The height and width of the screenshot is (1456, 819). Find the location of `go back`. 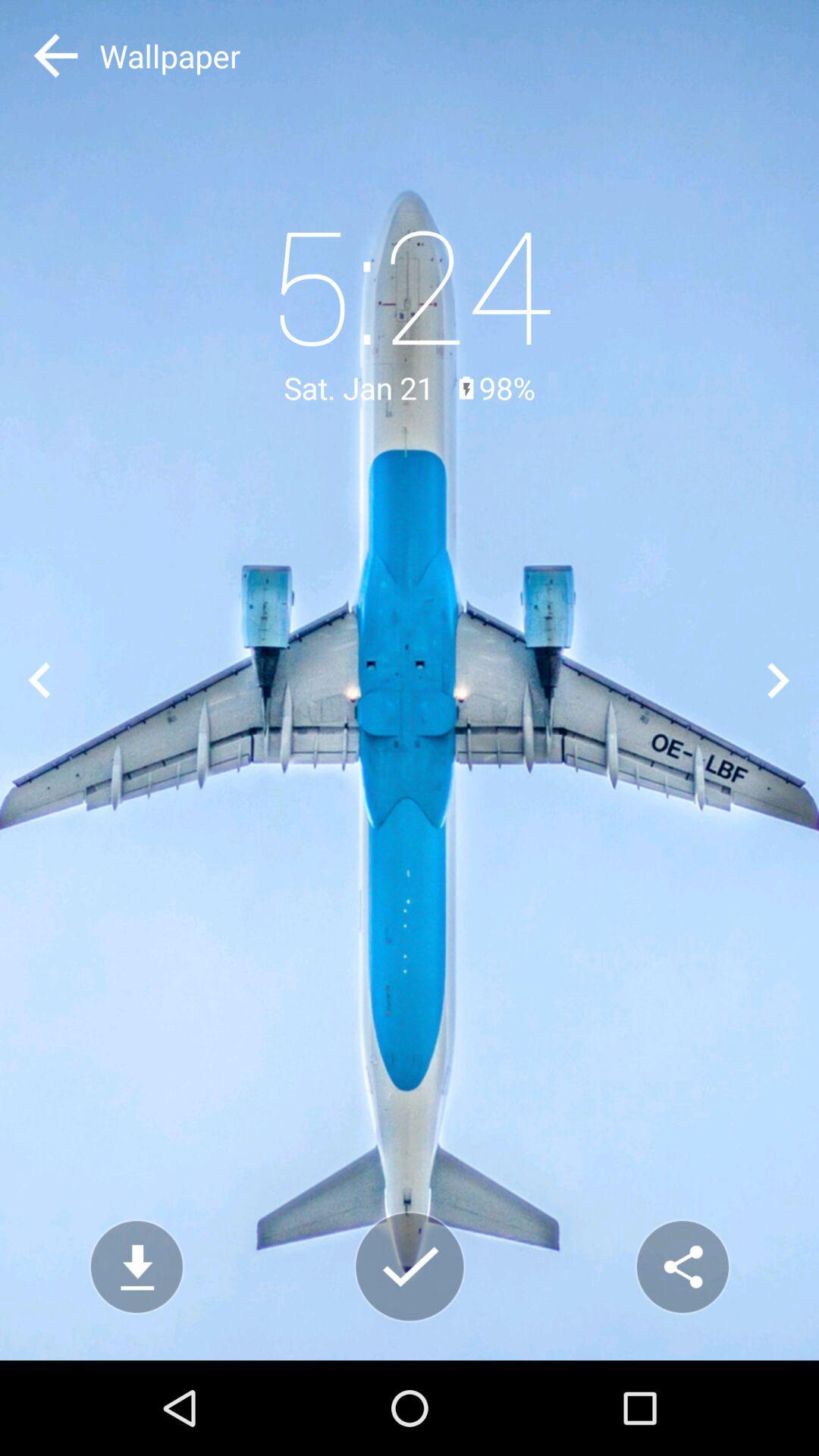

go back is located at coordinates (39, 679).